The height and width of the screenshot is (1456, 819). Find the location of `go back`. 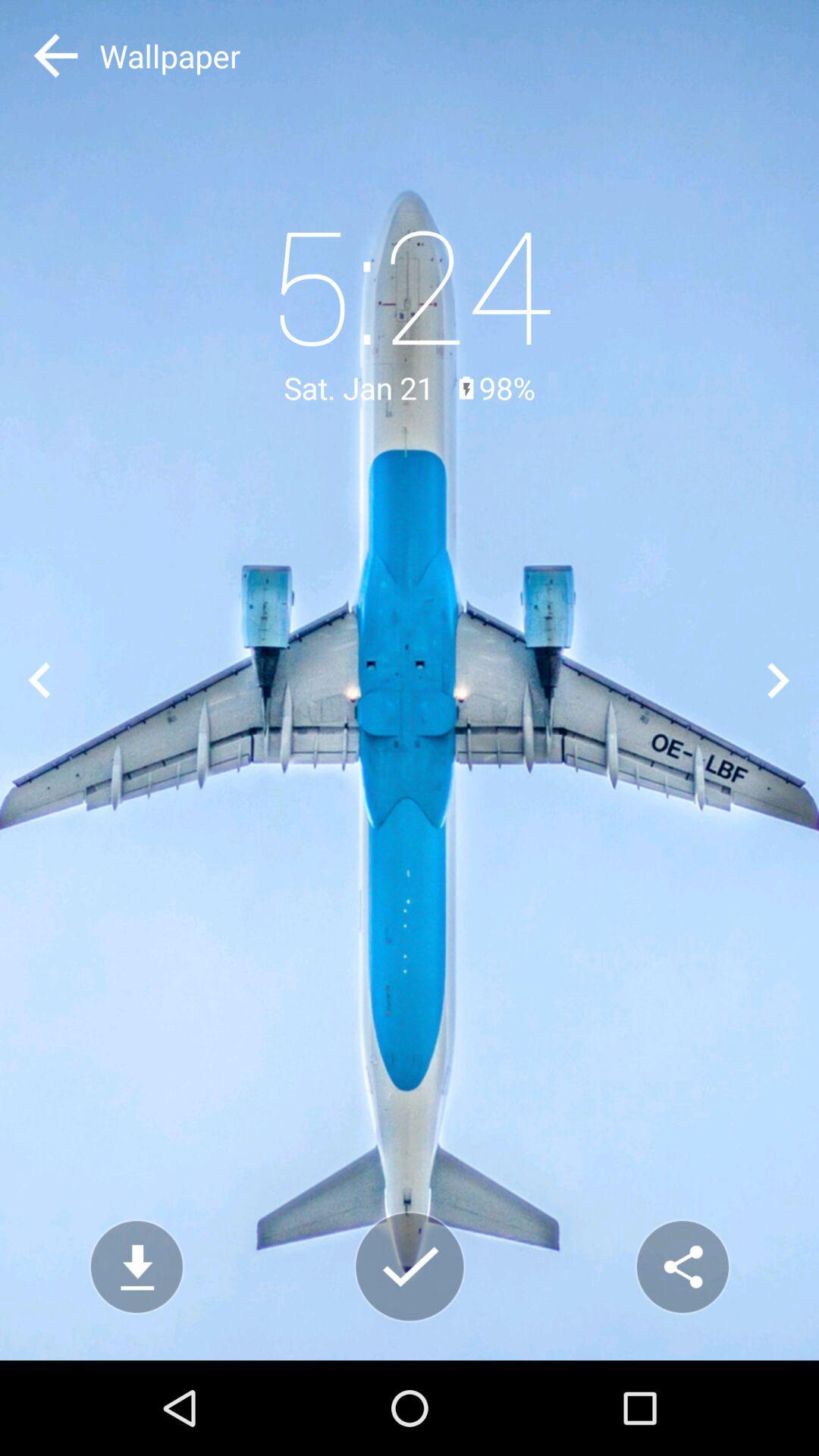

go back is located at coordinates (39, 679).